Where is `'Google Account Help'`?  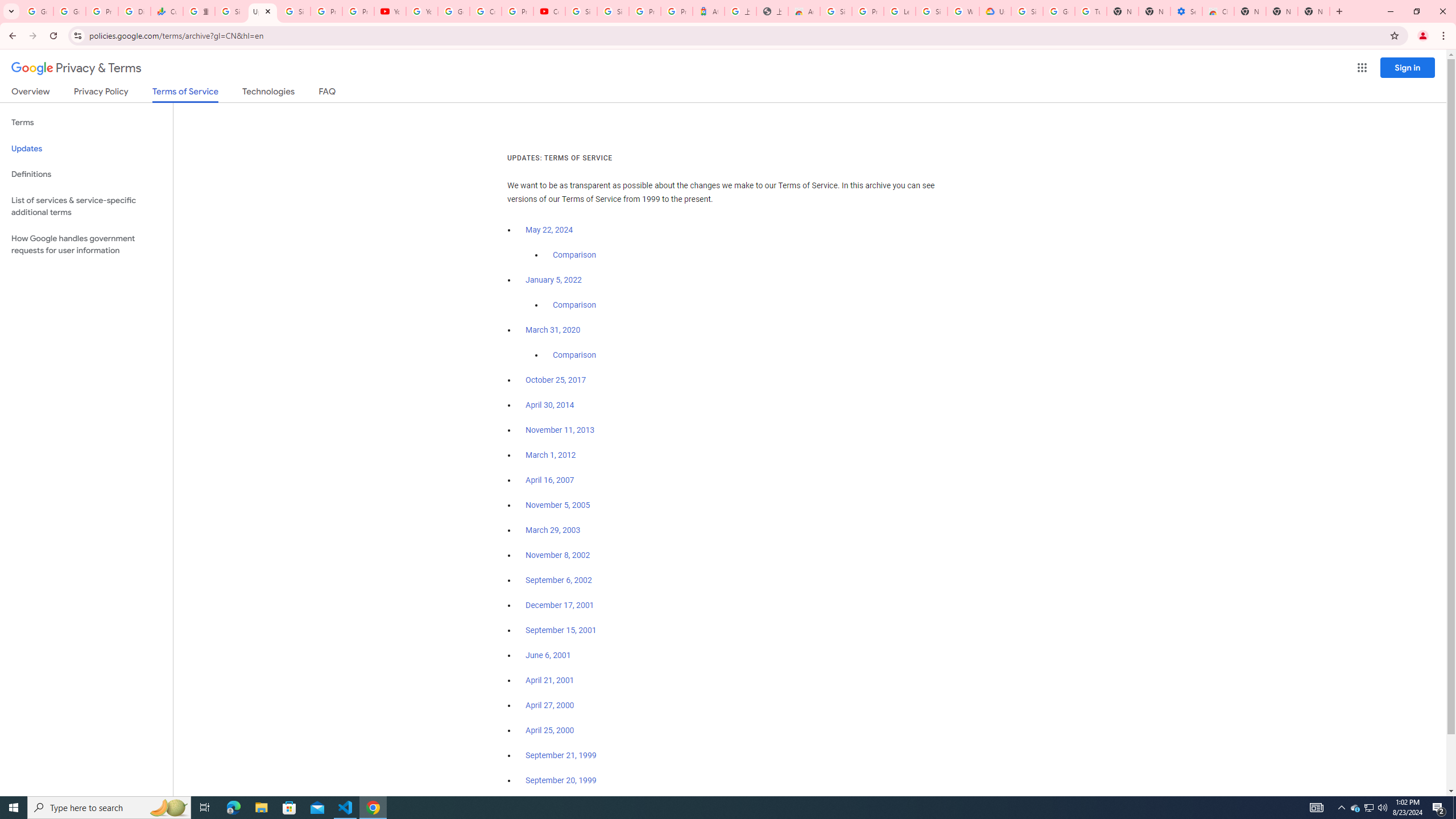
'Google Account Help' is located at coordinates (453, 11).